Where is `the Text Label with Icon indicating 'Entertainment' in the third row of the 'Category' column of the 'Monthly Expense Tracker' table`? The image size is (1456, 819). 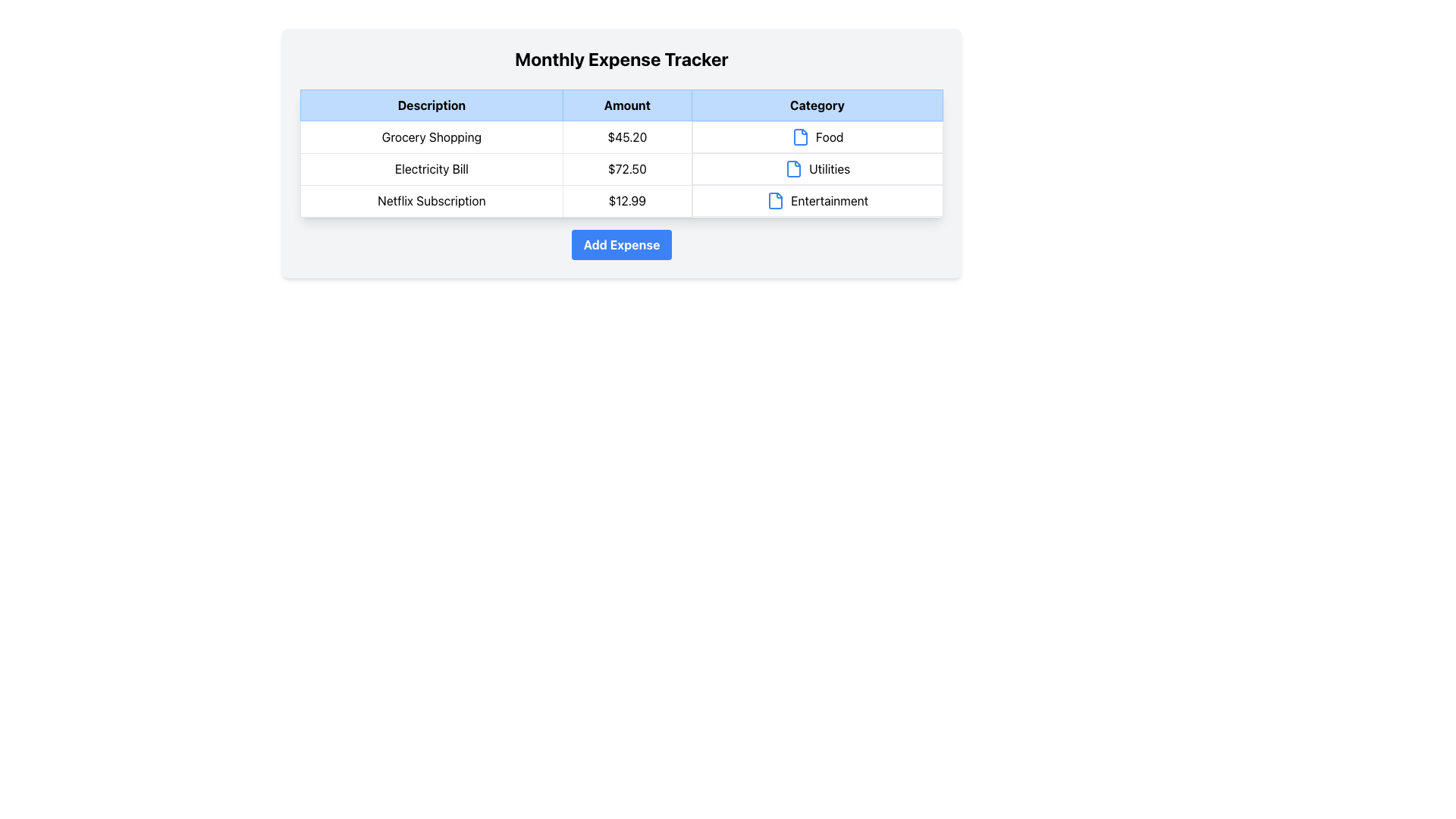 the Text Label with Icon indicating 'Entertainment' in the third row of the 'Category' column of the 'Monthly Expense Tracker' table is located at coordinates (817, 200).